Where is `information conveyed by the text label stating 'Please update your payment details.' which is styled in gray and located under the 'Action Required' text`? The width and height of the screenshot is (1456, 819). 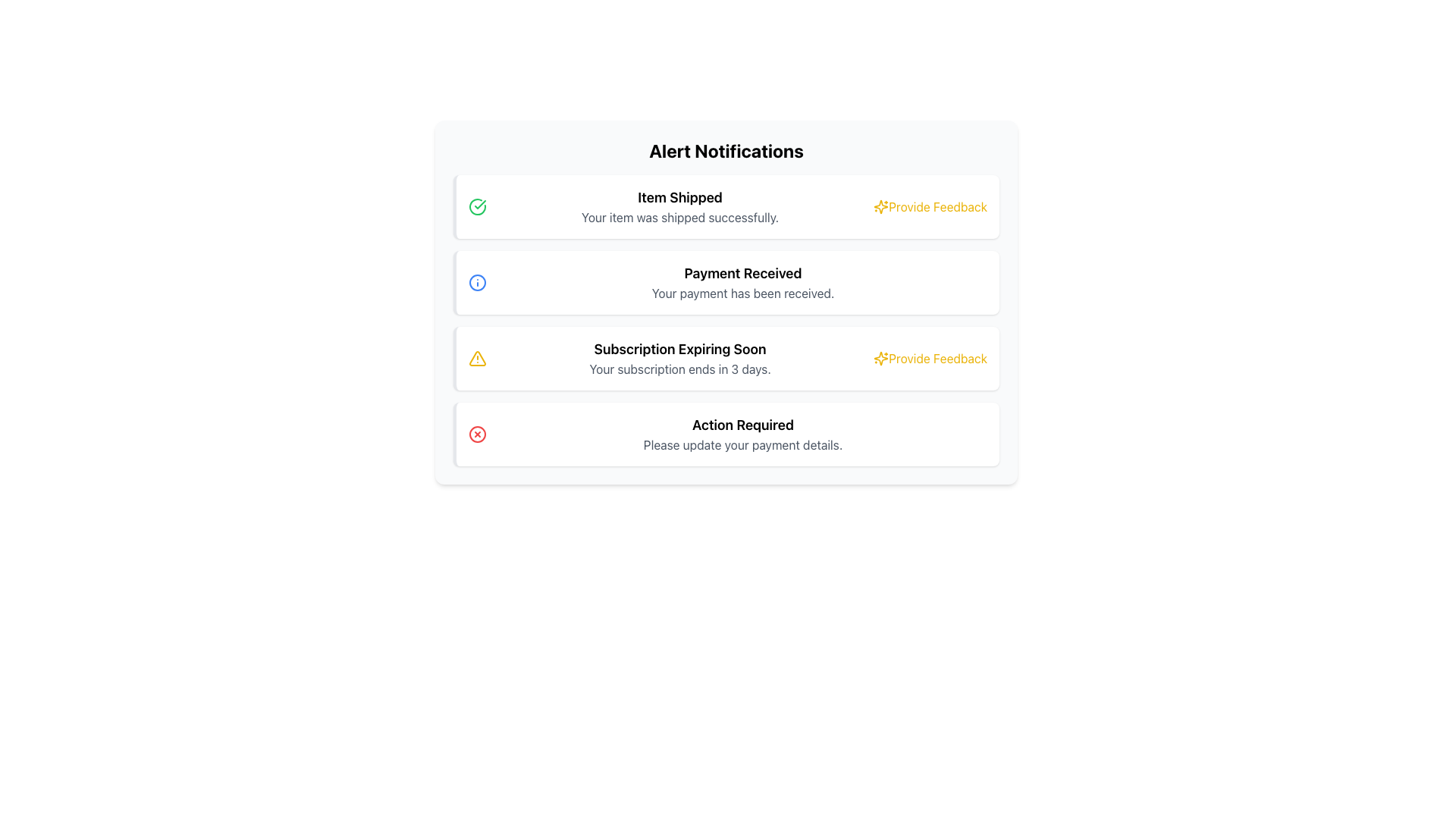 information conveyed by the text label stating 'Please update your payment details.' which is styled in gray and located under the 'Action Required' text is located at coordinates (742, 444).